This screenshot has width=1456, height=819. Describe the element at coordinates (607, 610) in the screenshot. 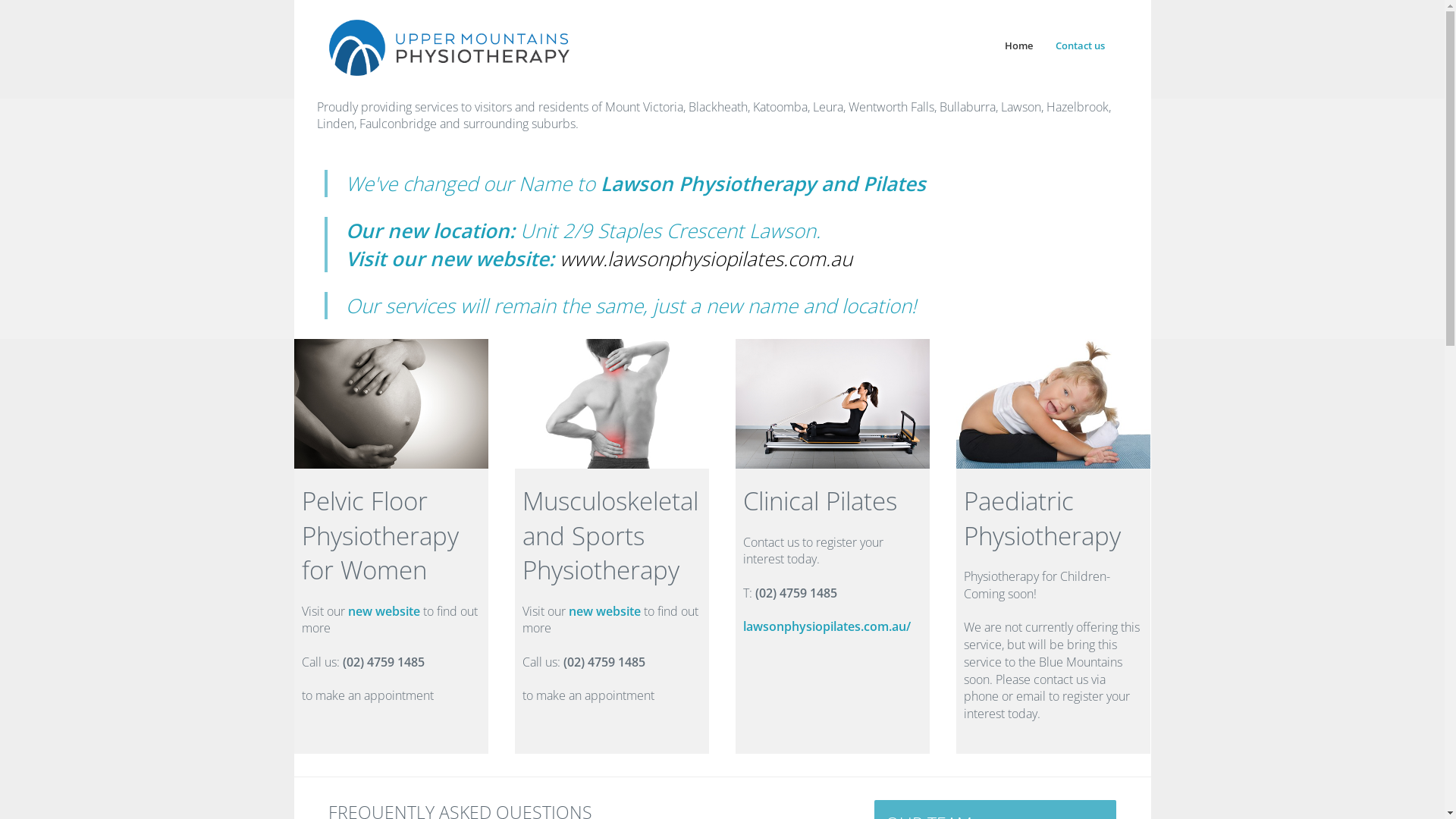

I see `'new website t'` at that location.